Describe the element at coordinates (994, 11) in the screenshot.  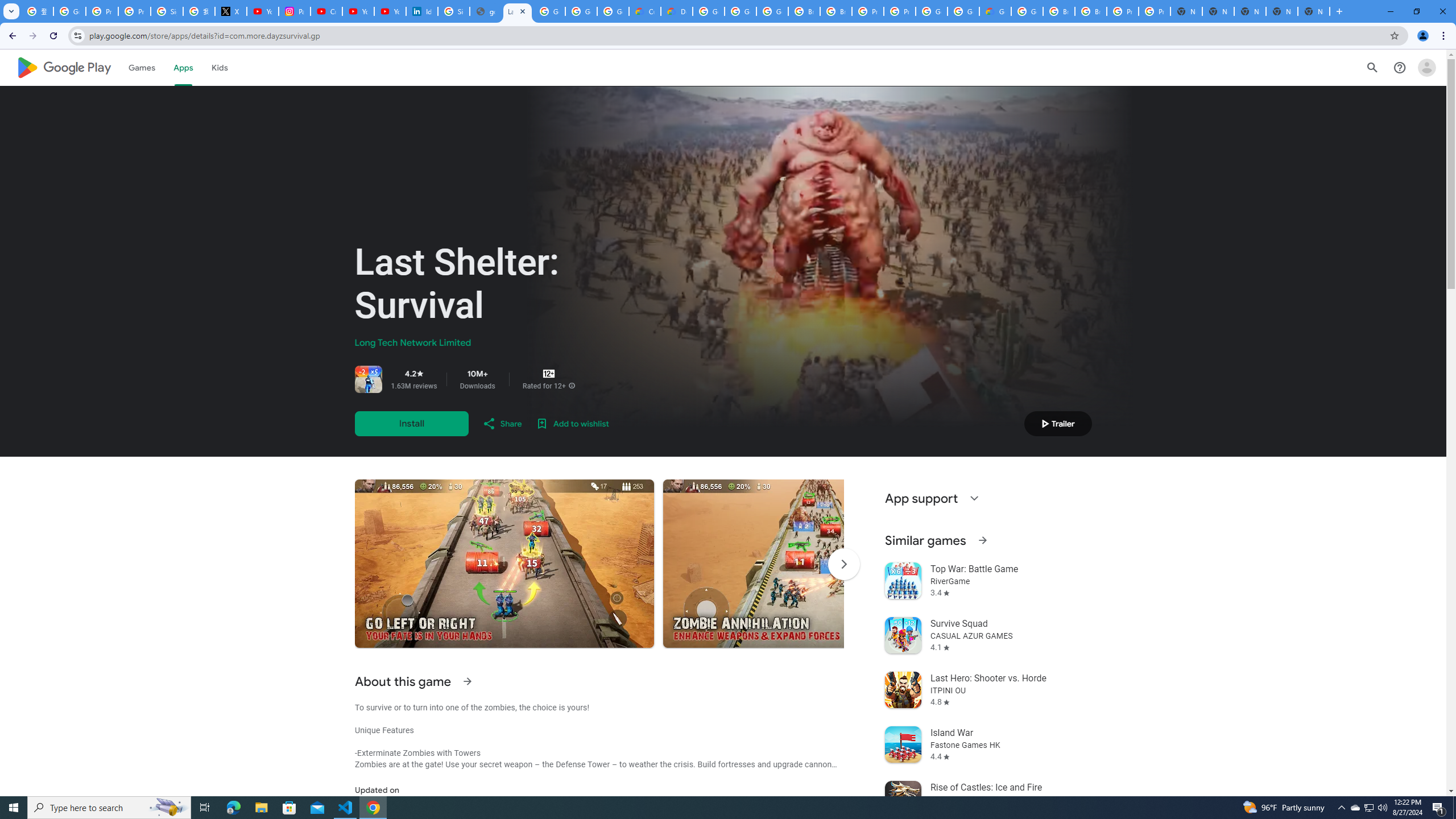
I see `'Google Cloud Estimate Summary'` at that location.